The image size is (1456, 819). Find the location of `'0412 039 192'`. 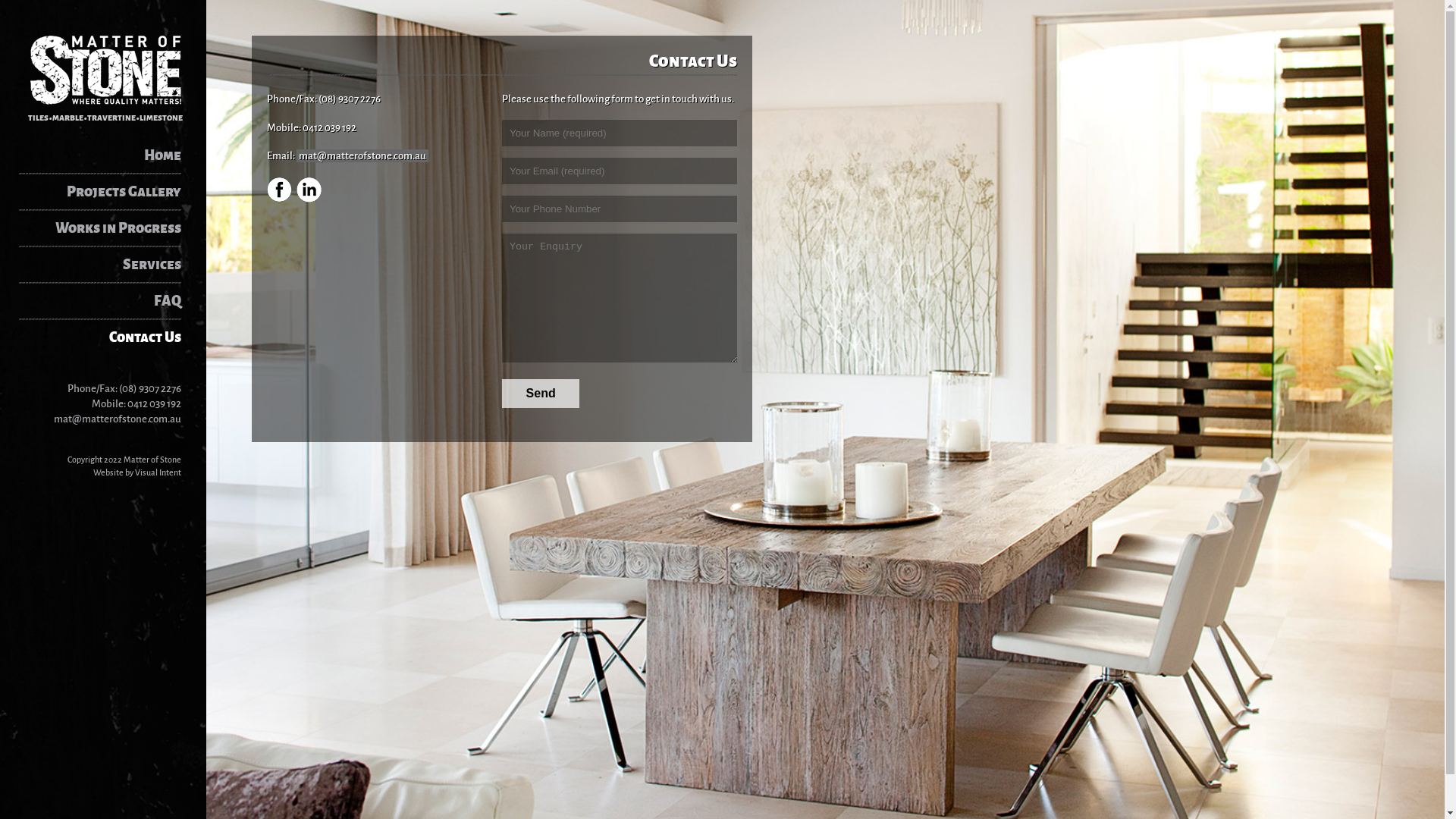

'0412 039 192' is located at coordinates (127, 402).